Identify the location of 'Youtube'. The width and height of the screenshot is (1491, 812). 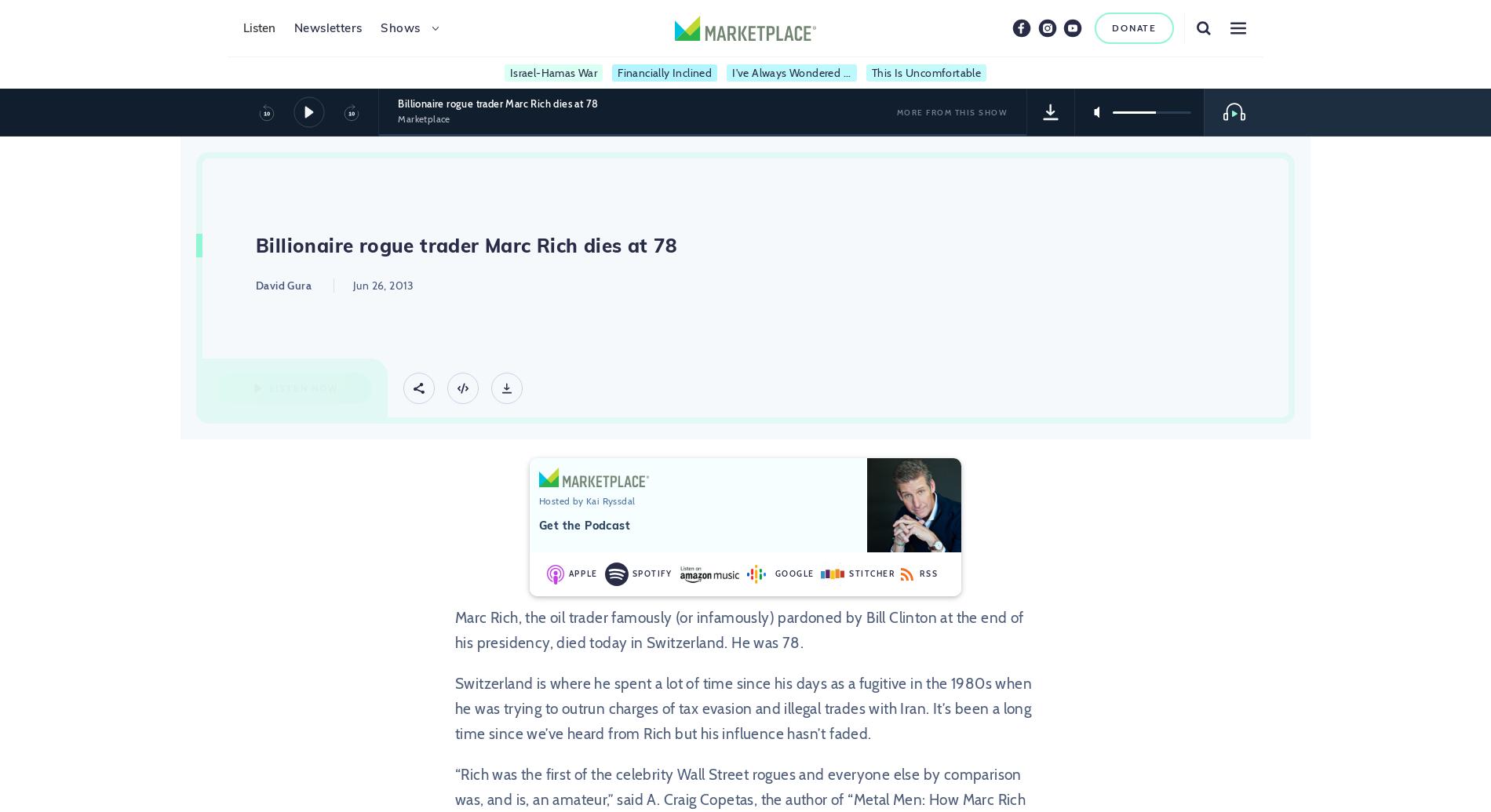
(1063, 18).